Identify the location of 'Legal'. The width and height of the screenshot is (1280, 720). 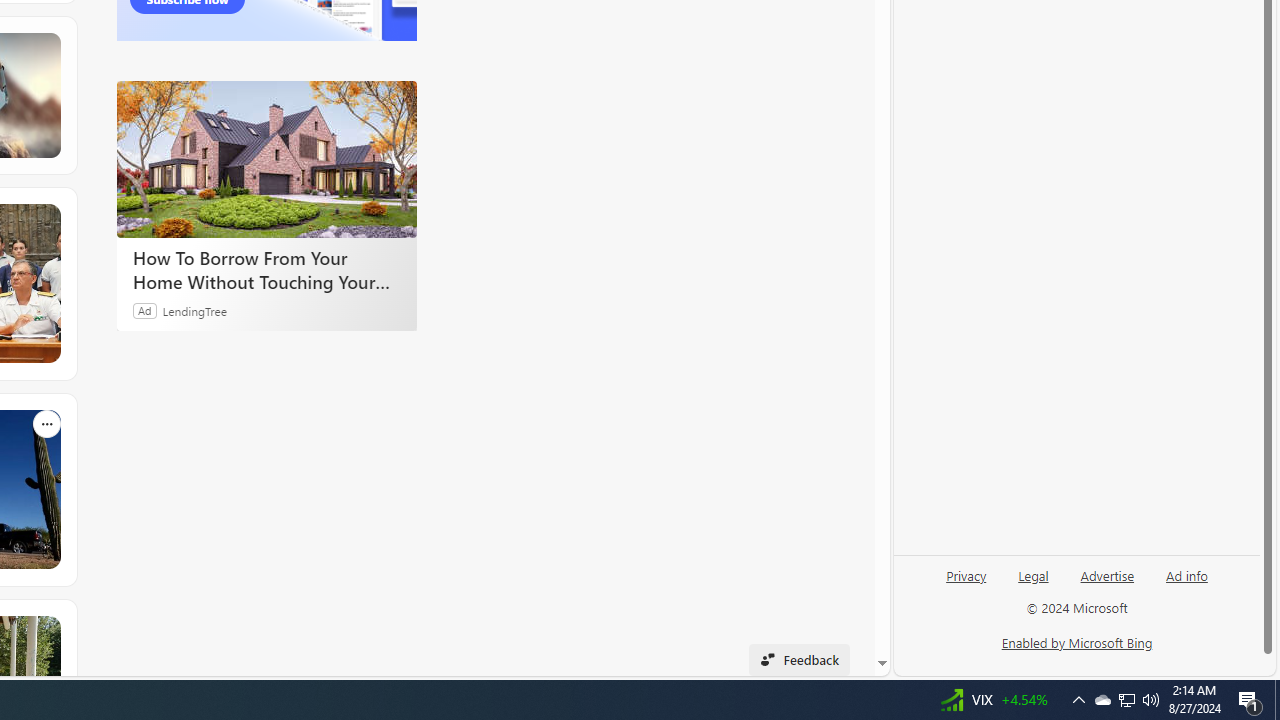
(1033, 574).